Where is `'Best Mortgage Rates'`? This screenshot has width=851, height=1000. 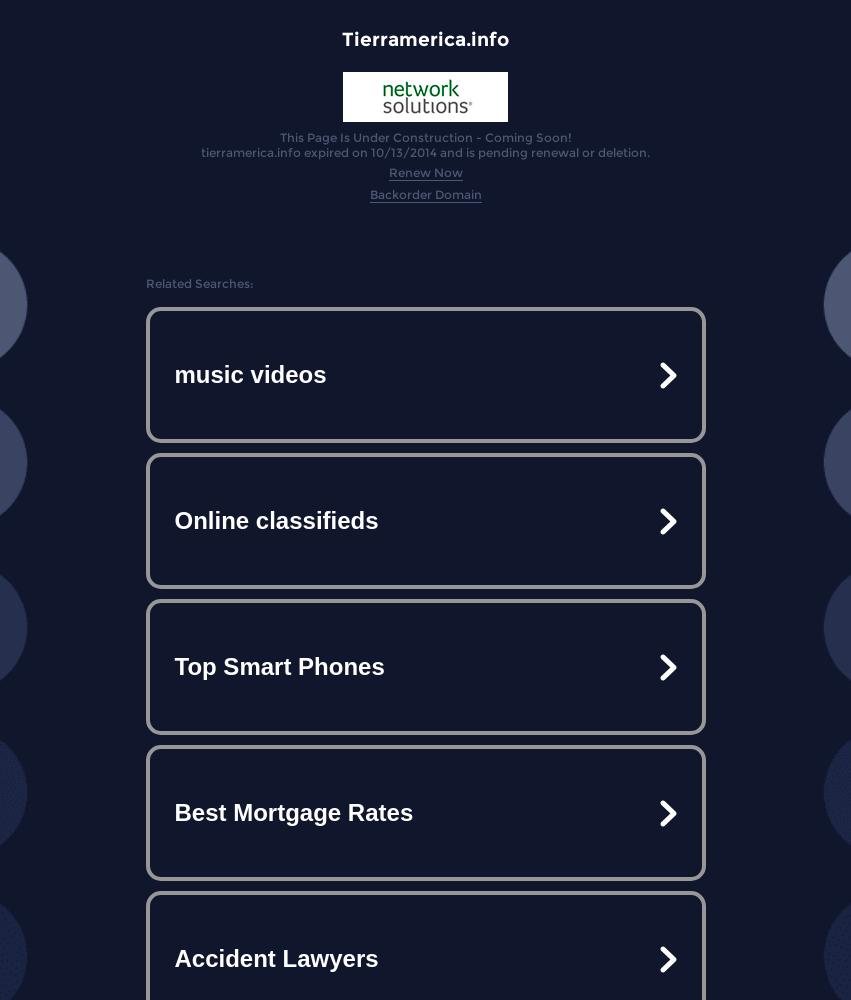 'Best Mortgage Rates' is located at coordinates (293, 812).